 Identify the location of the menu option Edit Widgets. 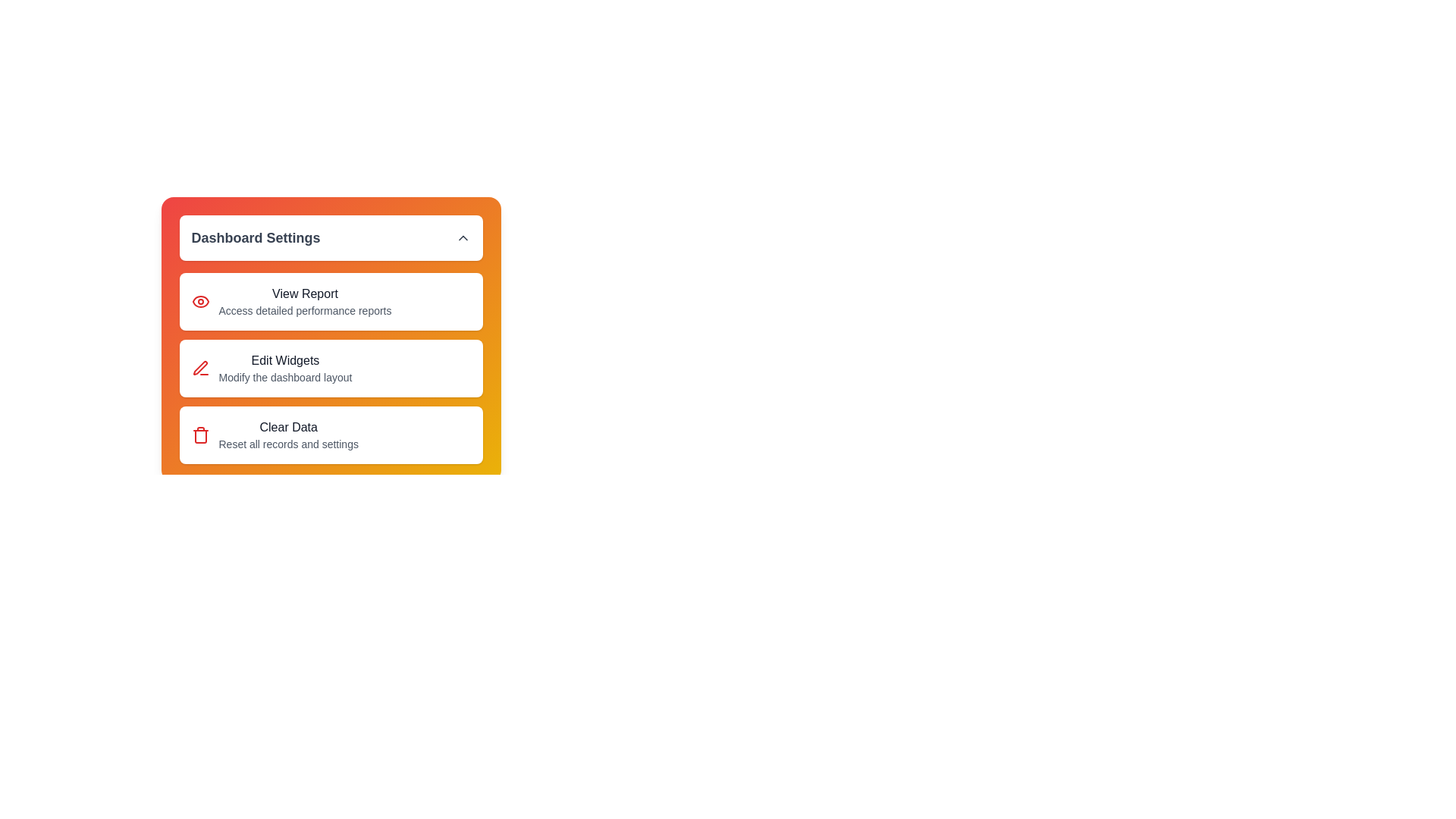
(330, 369).